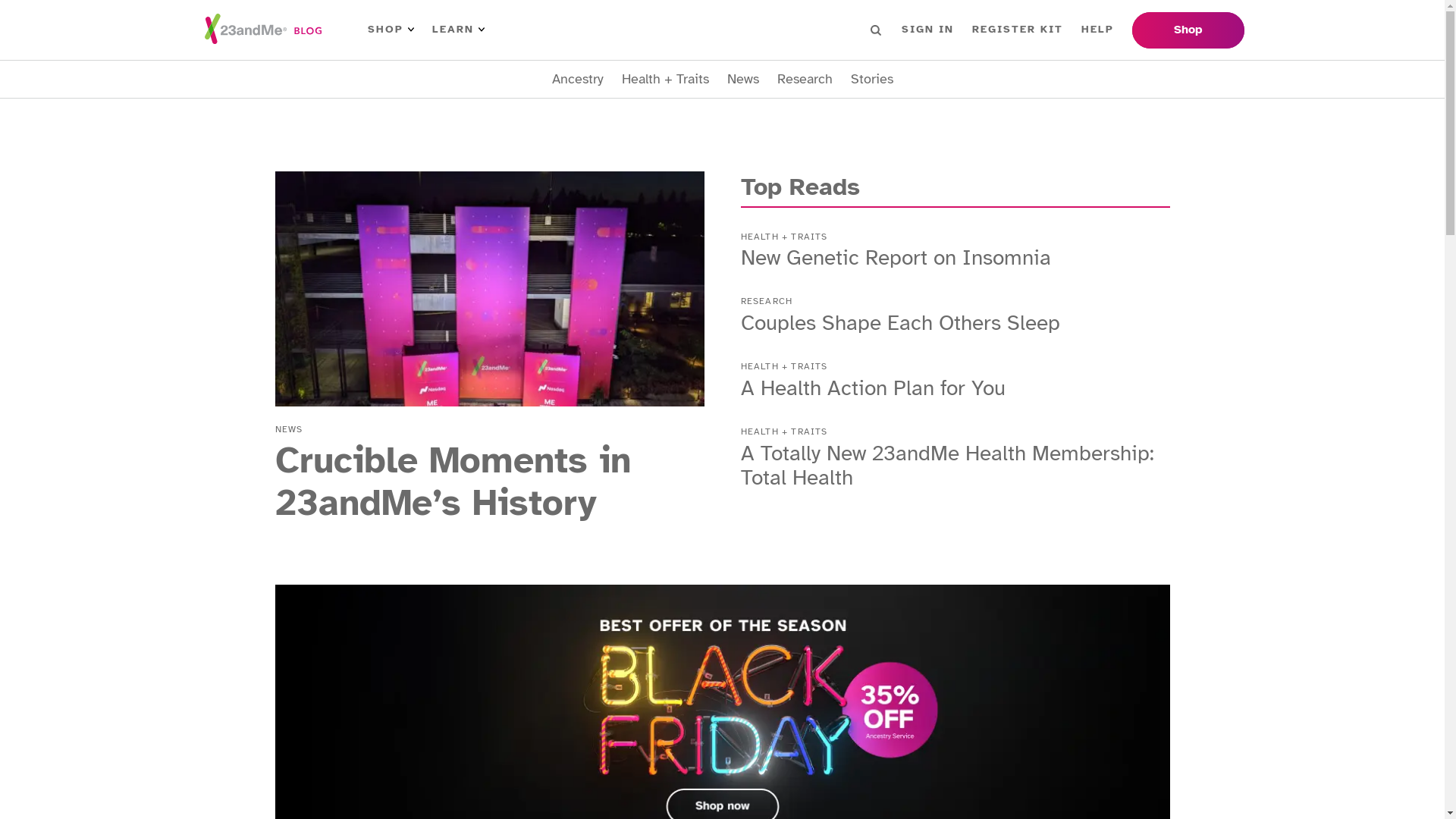 This screenshot has height=819, width=1456. I want to click on 'Couples Shape Each Others Sleep', so click(899, 322).